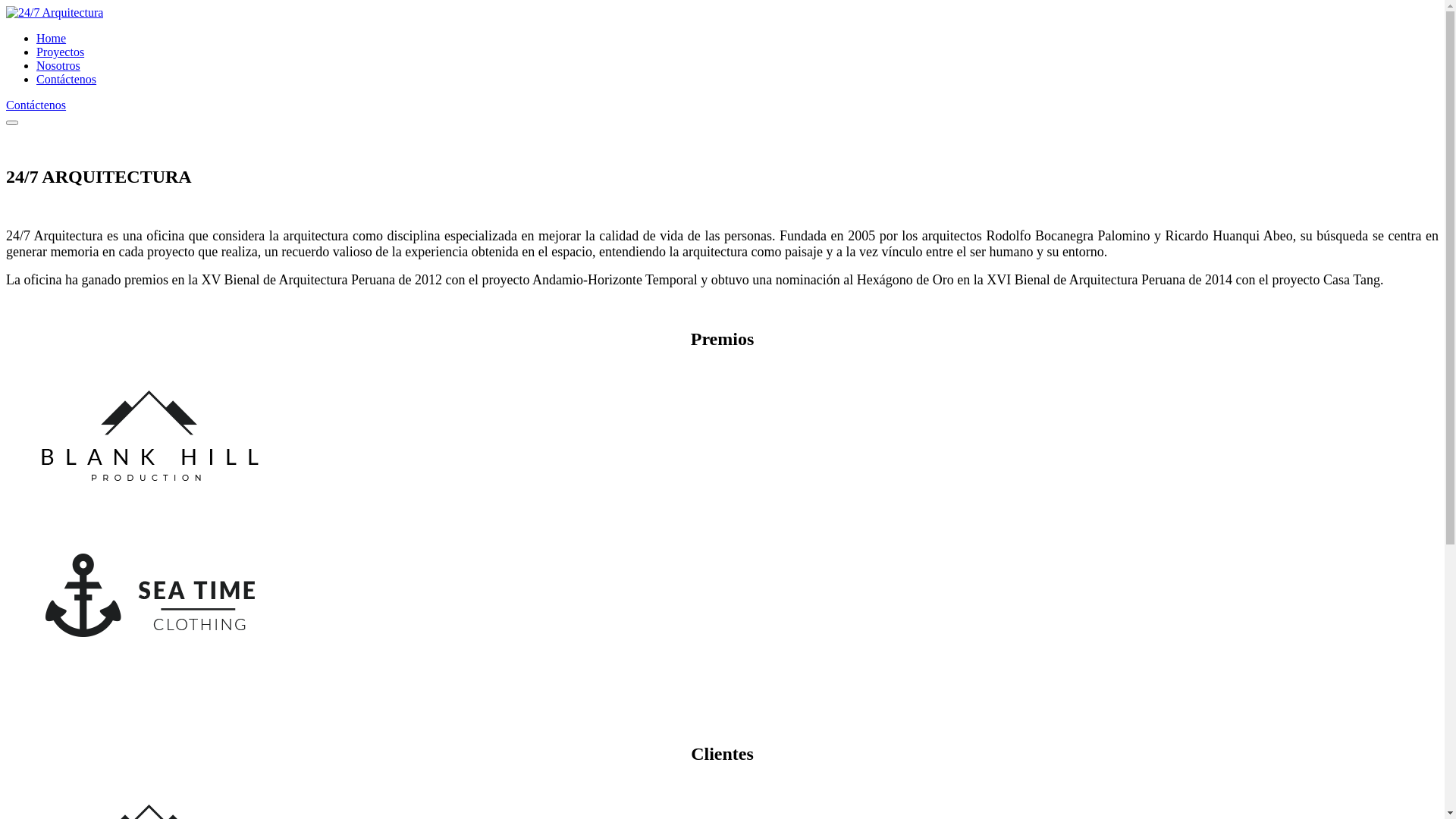 The image size is (1456, 819). Describe the element at coordinates (51, 37) in the screenshot. I see `'Home'` at that location.